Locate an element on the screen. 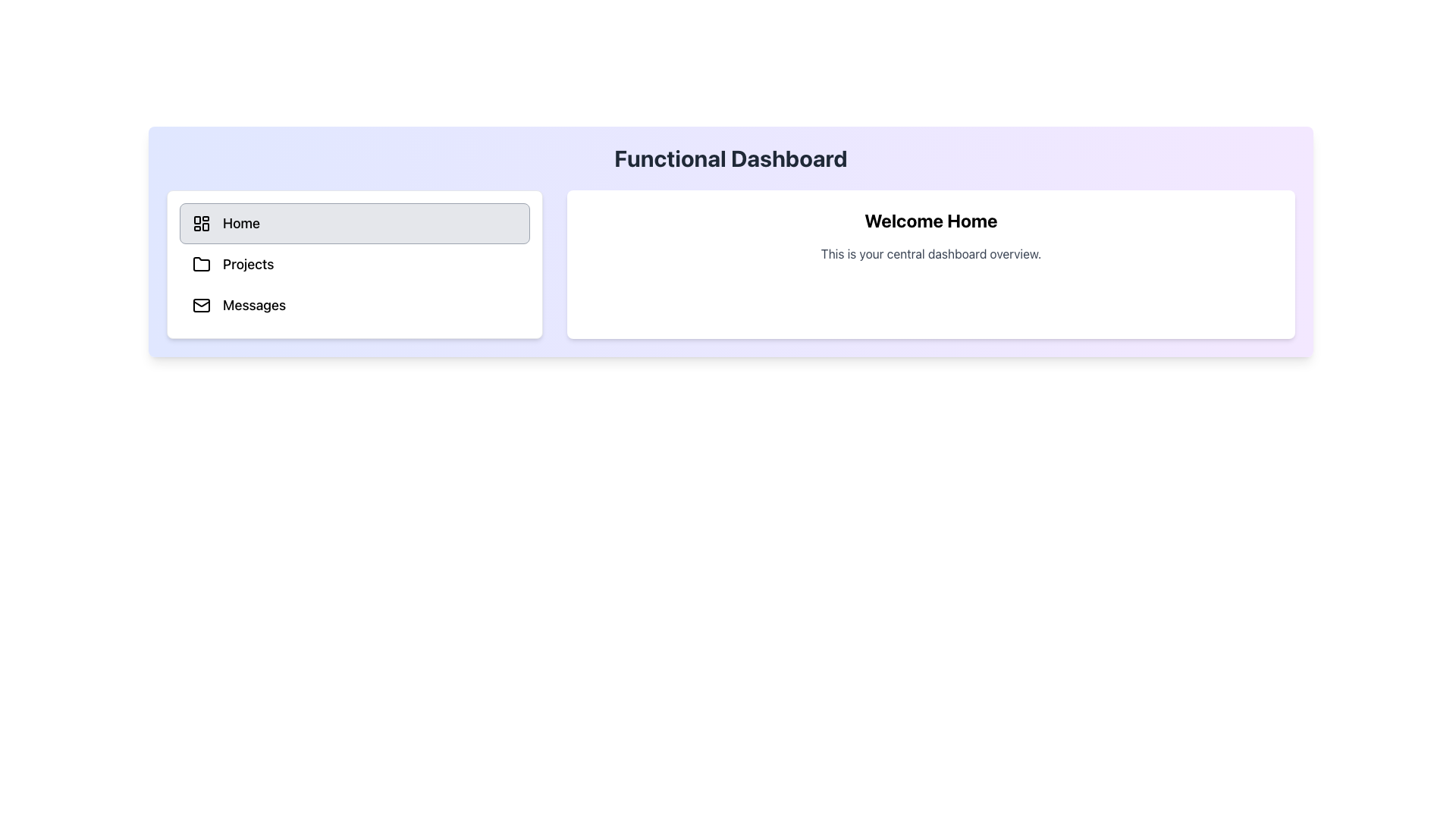  the welcoming title text under the 'Functional Dashboard' heading that greets the user is located at coordinates (930, 220).